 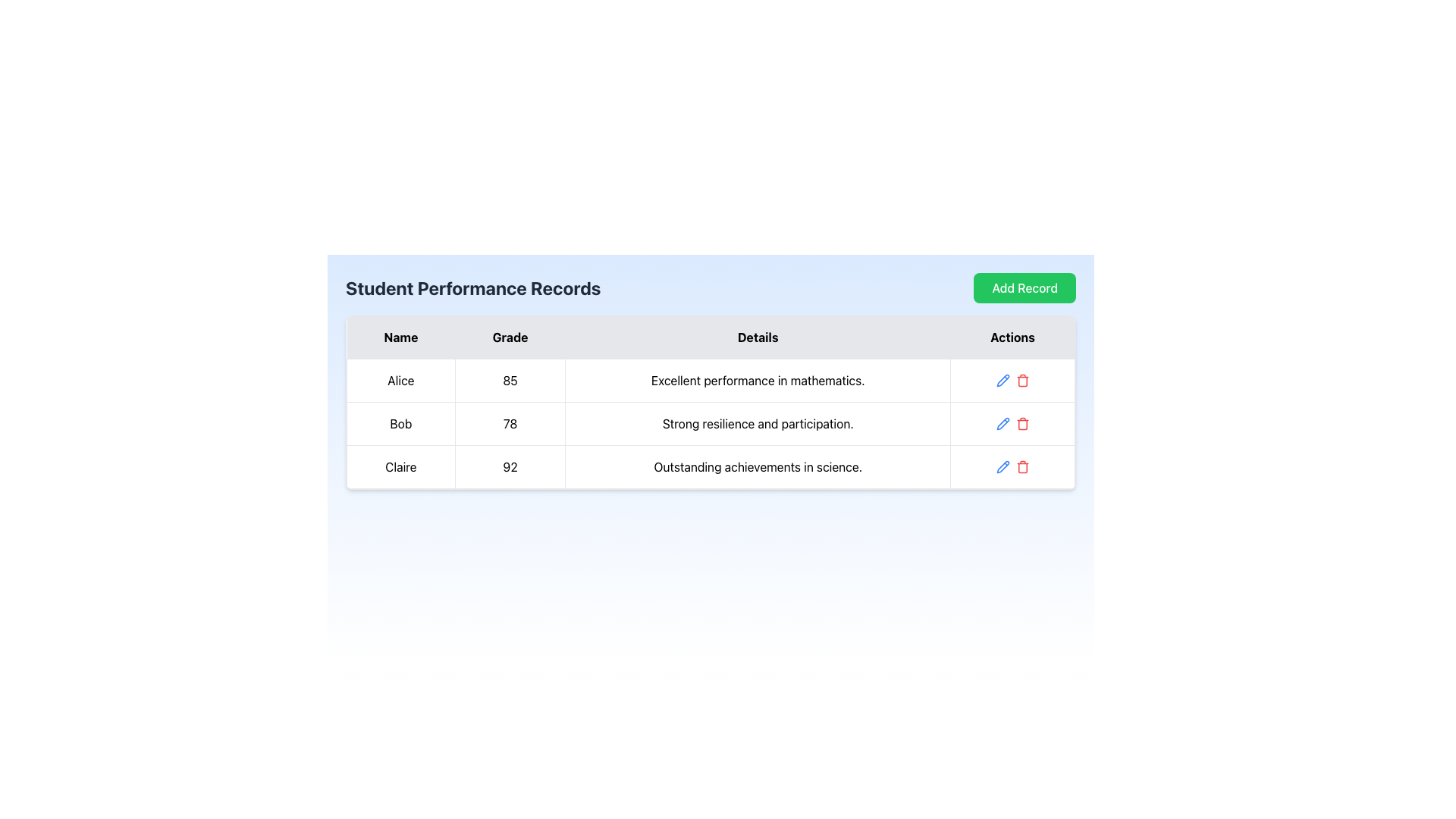 What do you see at coordinates (510, 337) in the screenshot?
I see `the header label that indicates grade-related data, positioned between the 'Name' and 'Details' headers in the table layout` at bounding box center [510, 337].